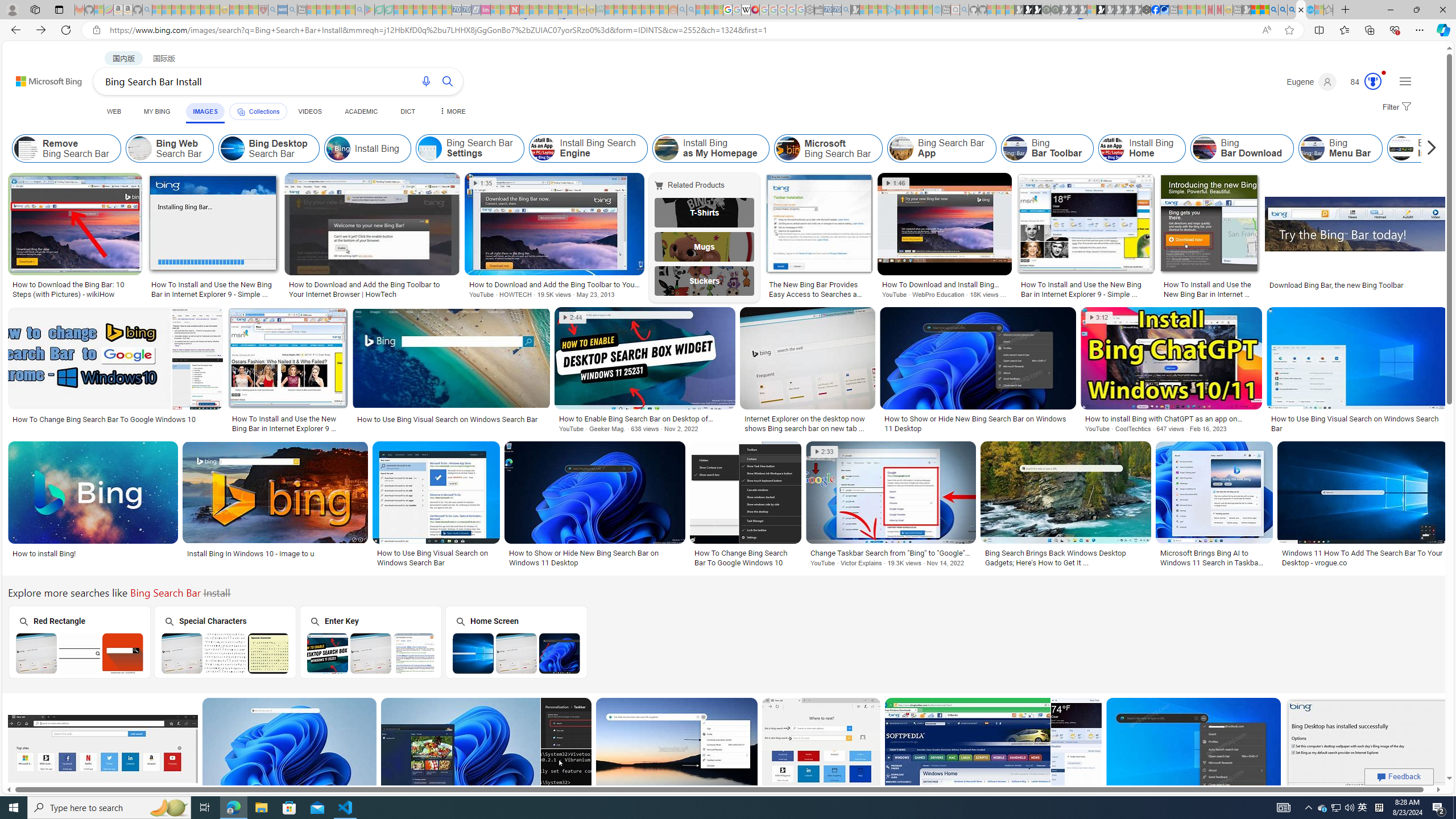 Image resolution: width=1456 pixels, height=819 pixels. I want to click on '2009 Bing officially replaced Live Search on June 3 - Search', so click(1283, 9).